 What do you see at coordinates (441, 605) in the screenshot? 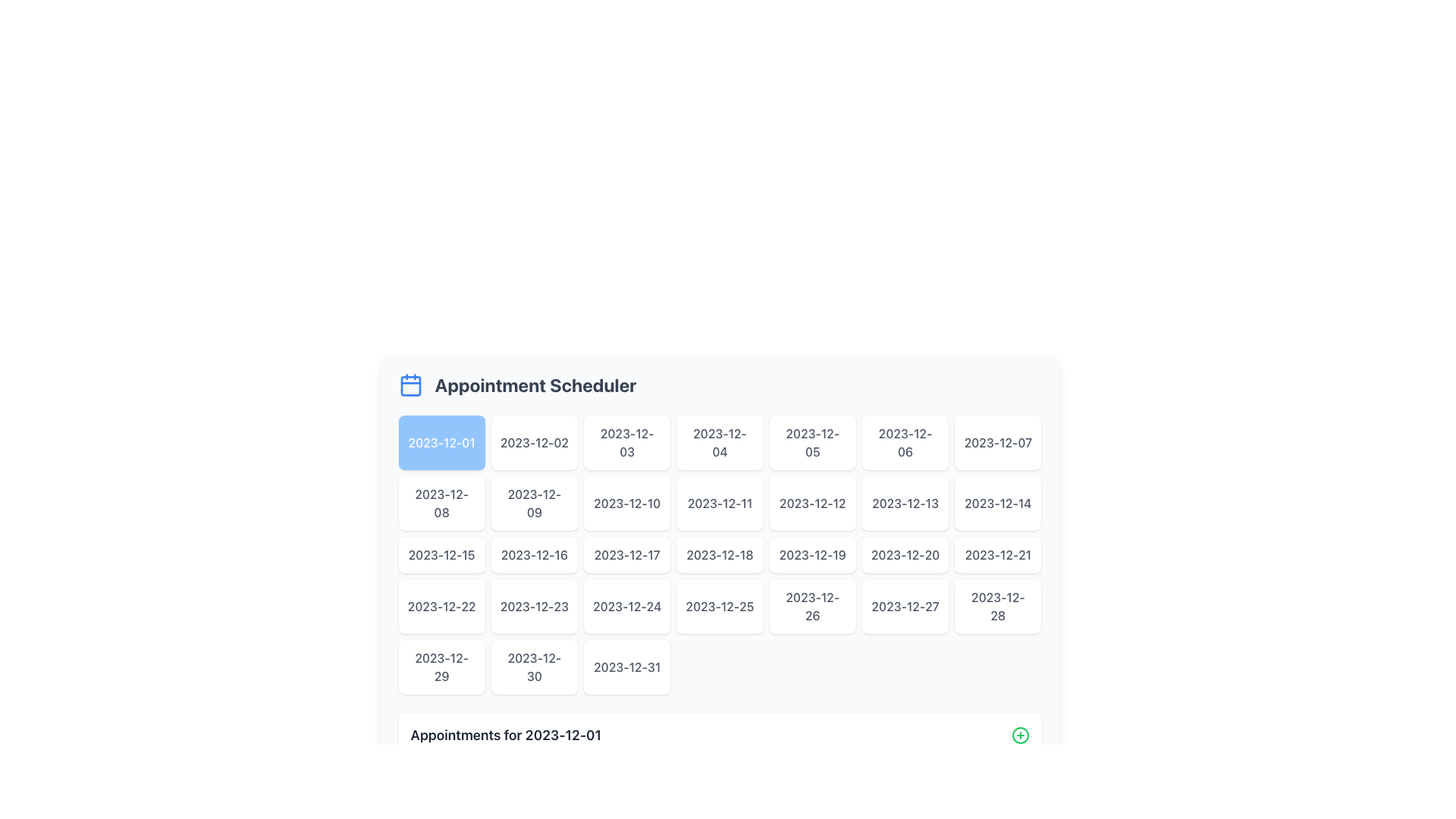
I see `the button representing the date '2023-12-22' in the first column of the fourth row in the calendar grid below the 'Appointment Scheduler' header` at bounding box center [441, 605].